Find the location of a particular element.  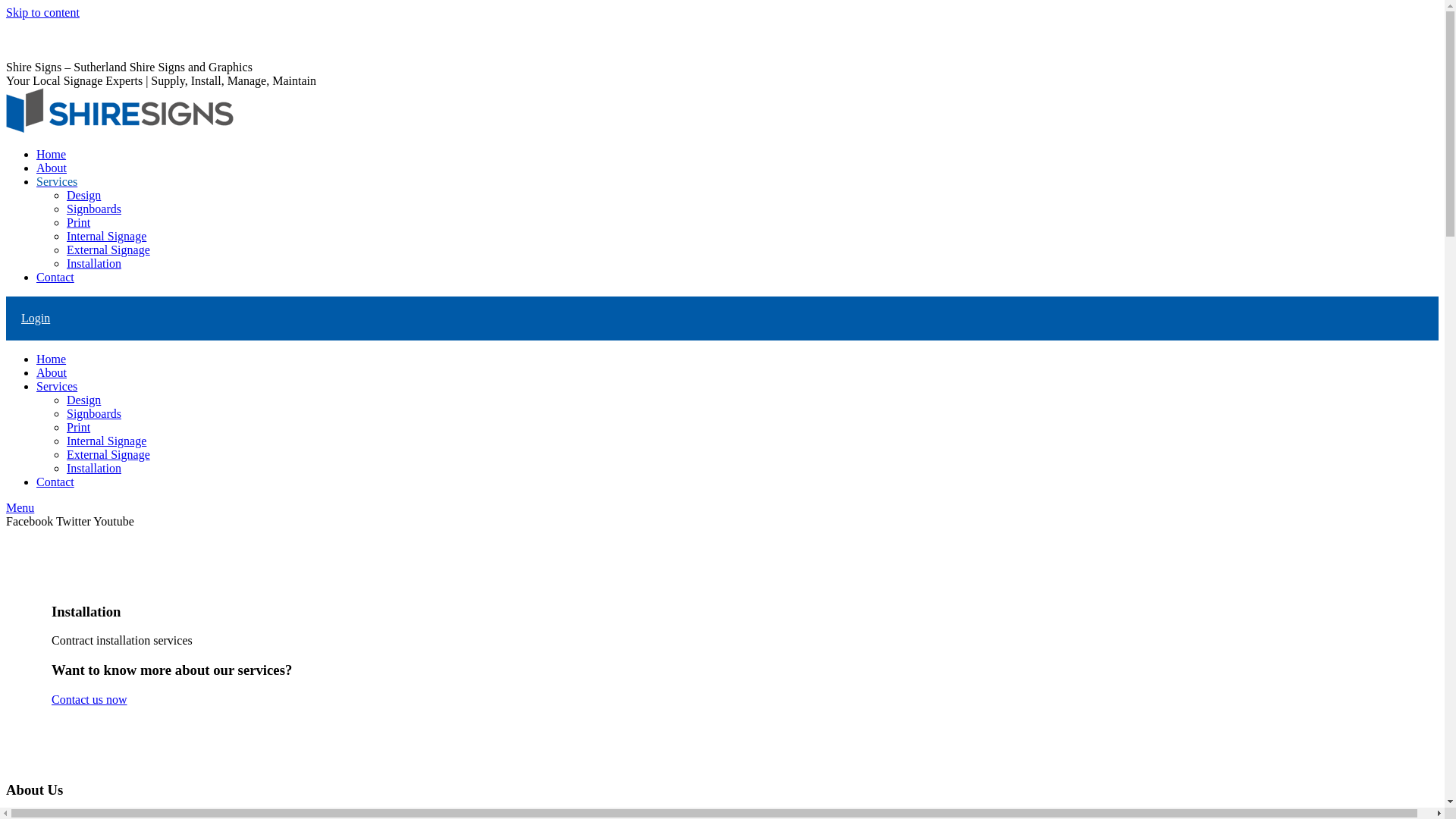

'Skip to content' is located at coordinates (42, 12).